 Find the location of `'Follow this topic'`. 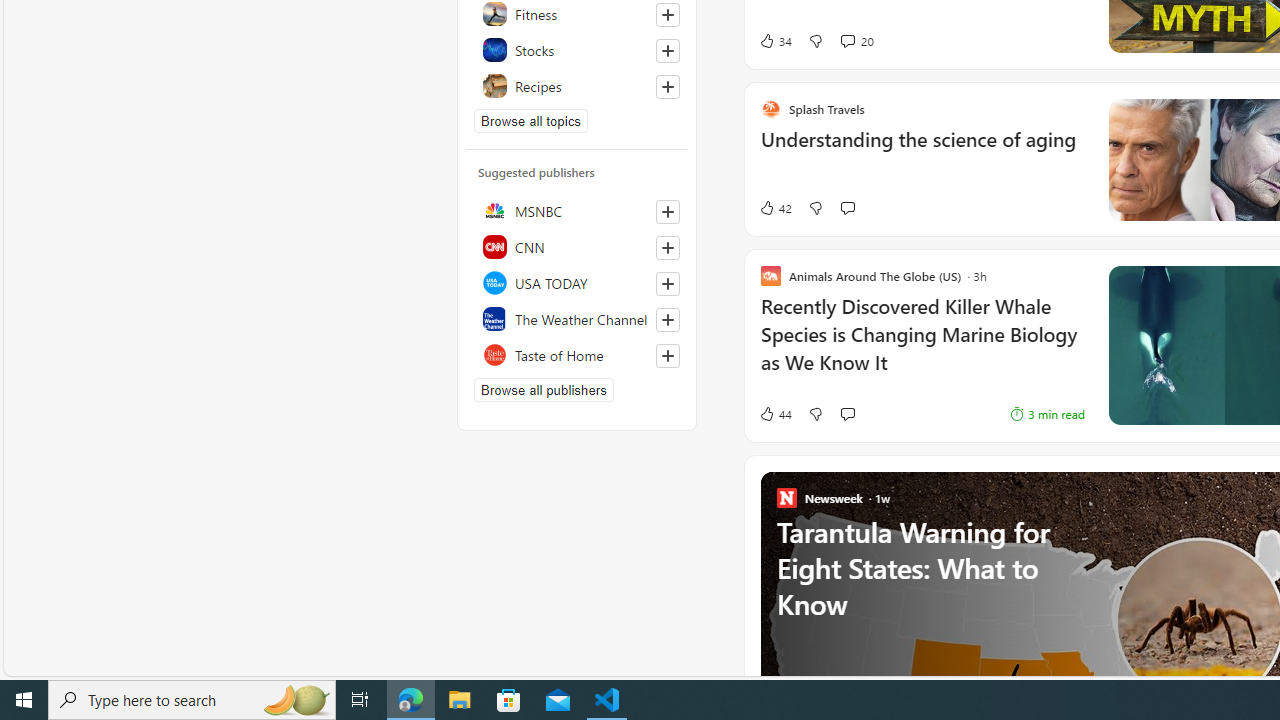

'Follow this topic' is located at coordinates (667, 86).